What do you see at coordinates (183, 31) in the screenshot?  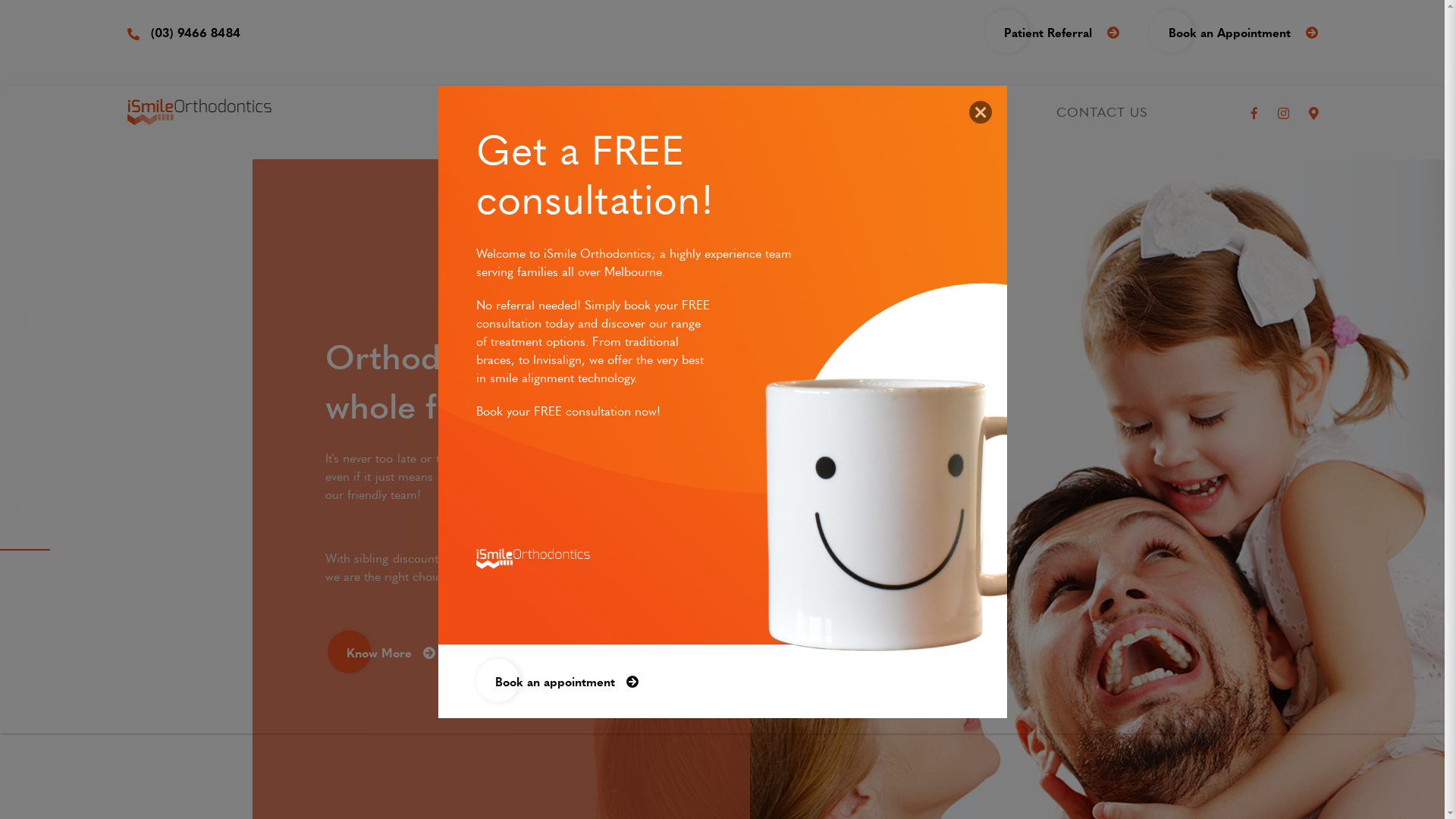 I see `'(03) 9466 8484'` at bounding box center [183, 31].